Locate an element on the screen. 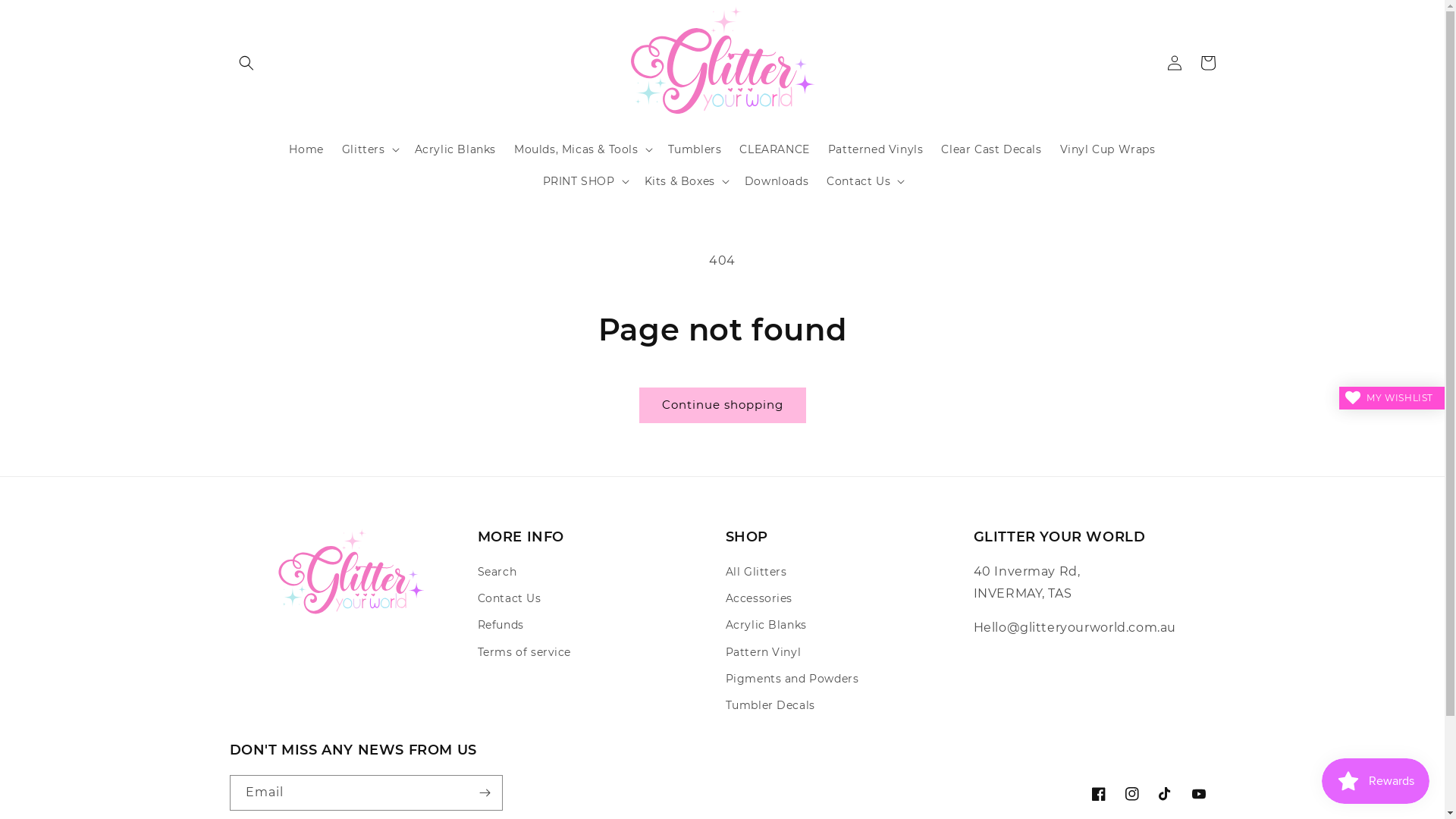 This screenshot has width=1456, height=819. 'Facebook' is located at coordinates (1080, 792).